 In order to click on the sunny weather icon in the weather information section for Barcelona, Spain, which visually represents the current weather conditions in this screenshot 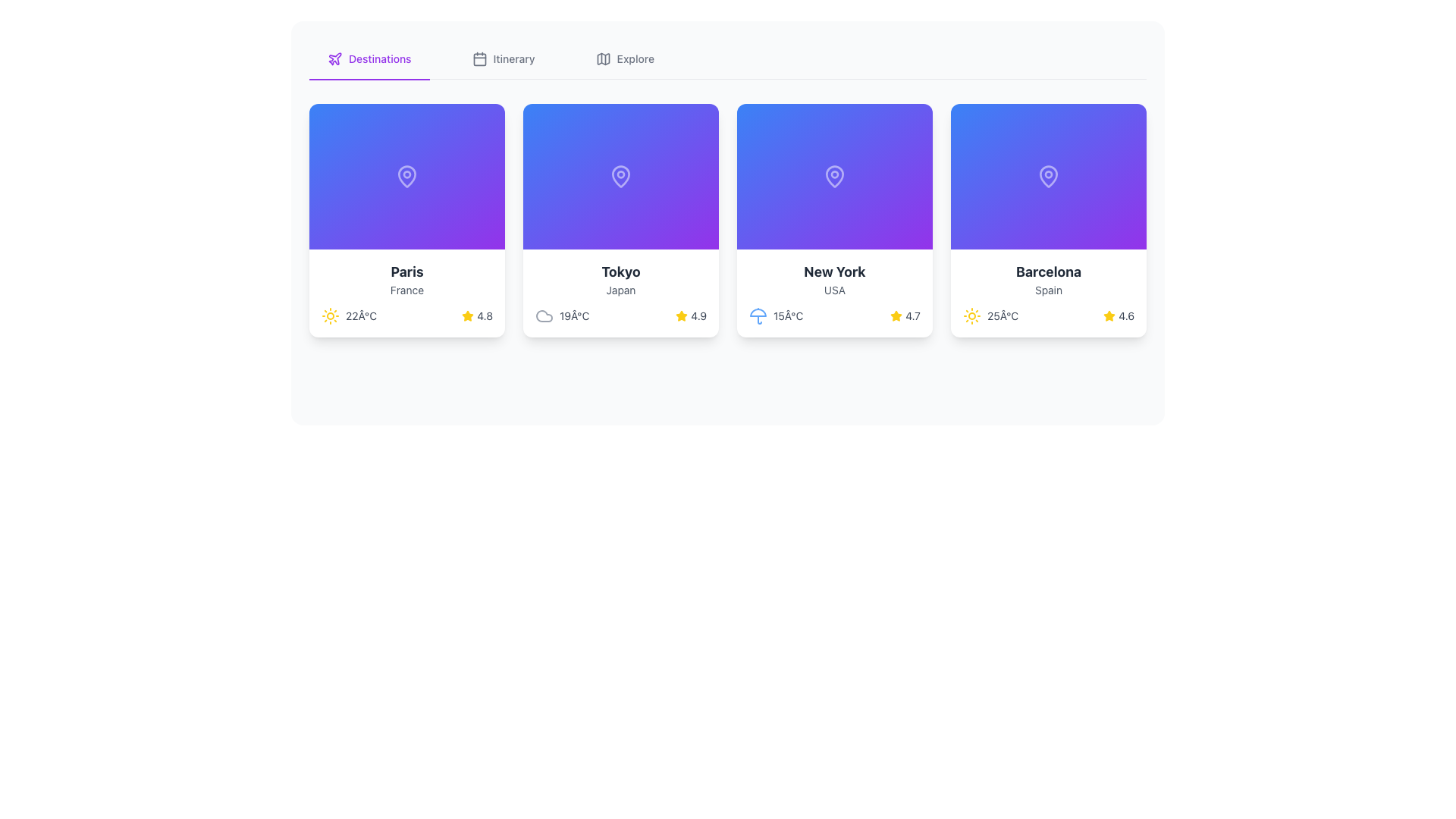, I will do `click(971, 315)`.